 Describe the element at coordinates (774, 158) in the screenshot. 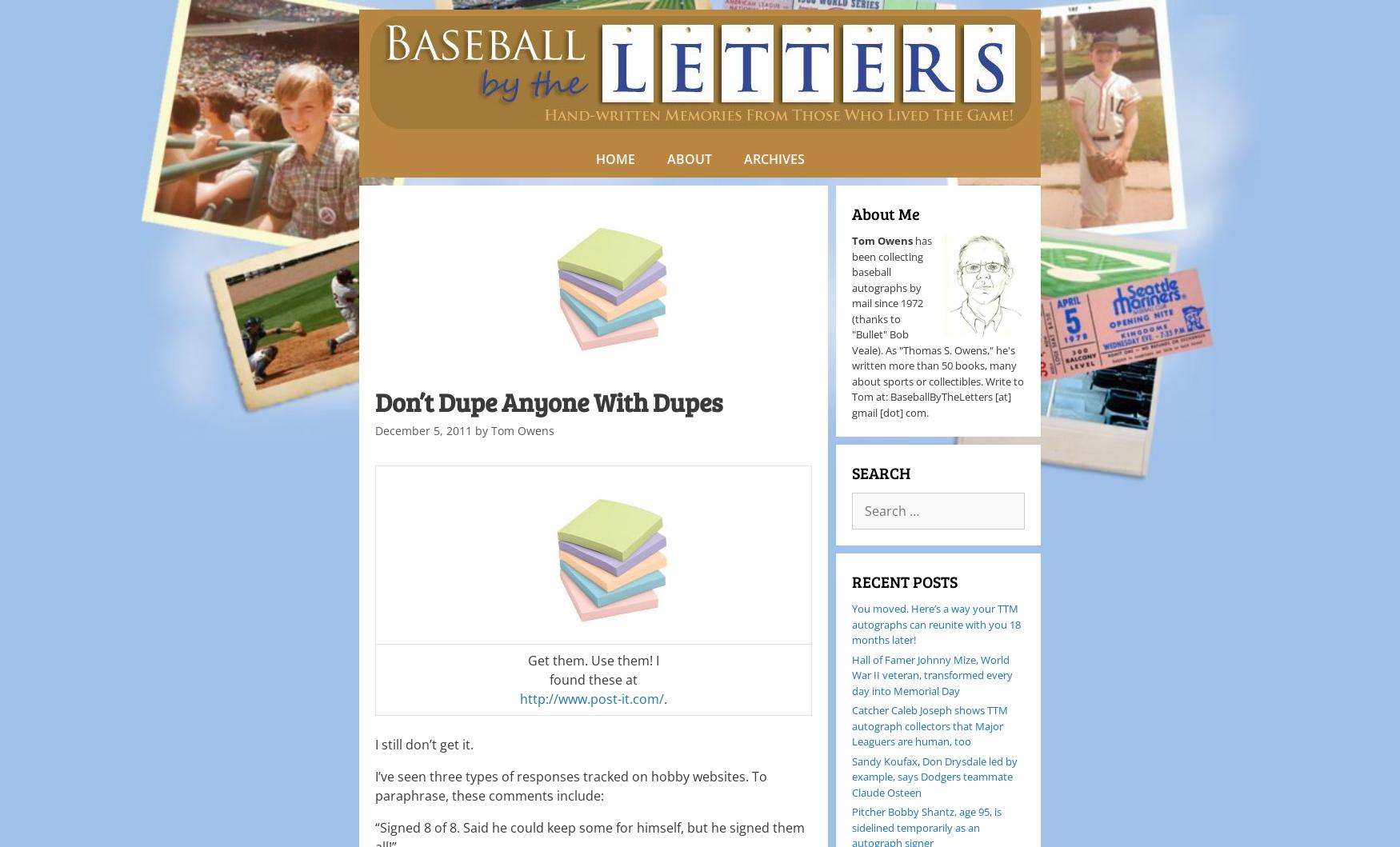

I see `'ARCHIVES'` at that location.